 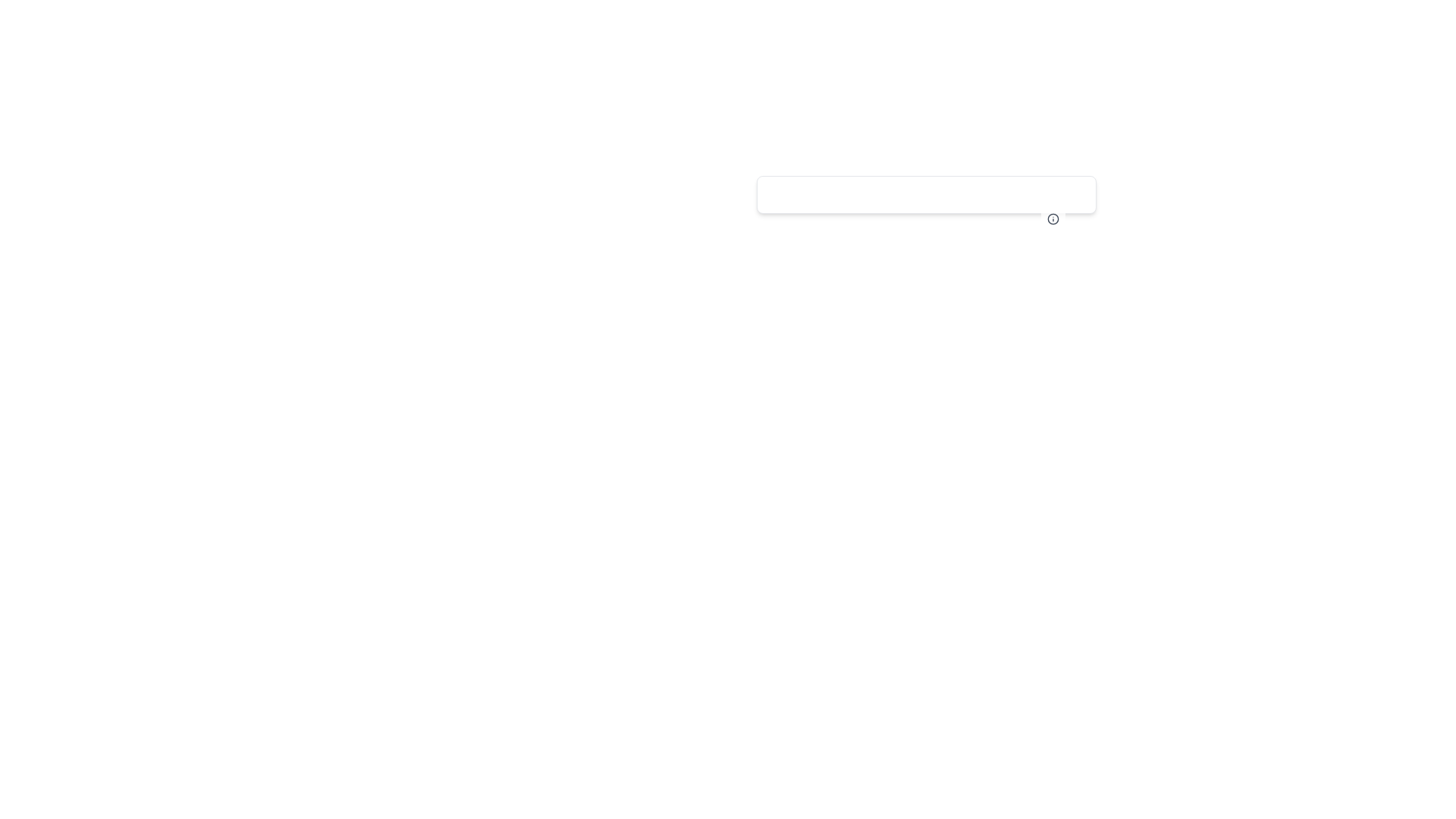 What do you see at coordinates (1052, 219) in the screenshot?
I see `the outermost circular component of the information icon, which is positioned to the immediate right of a text input field` at bounding box center [1052, 219].